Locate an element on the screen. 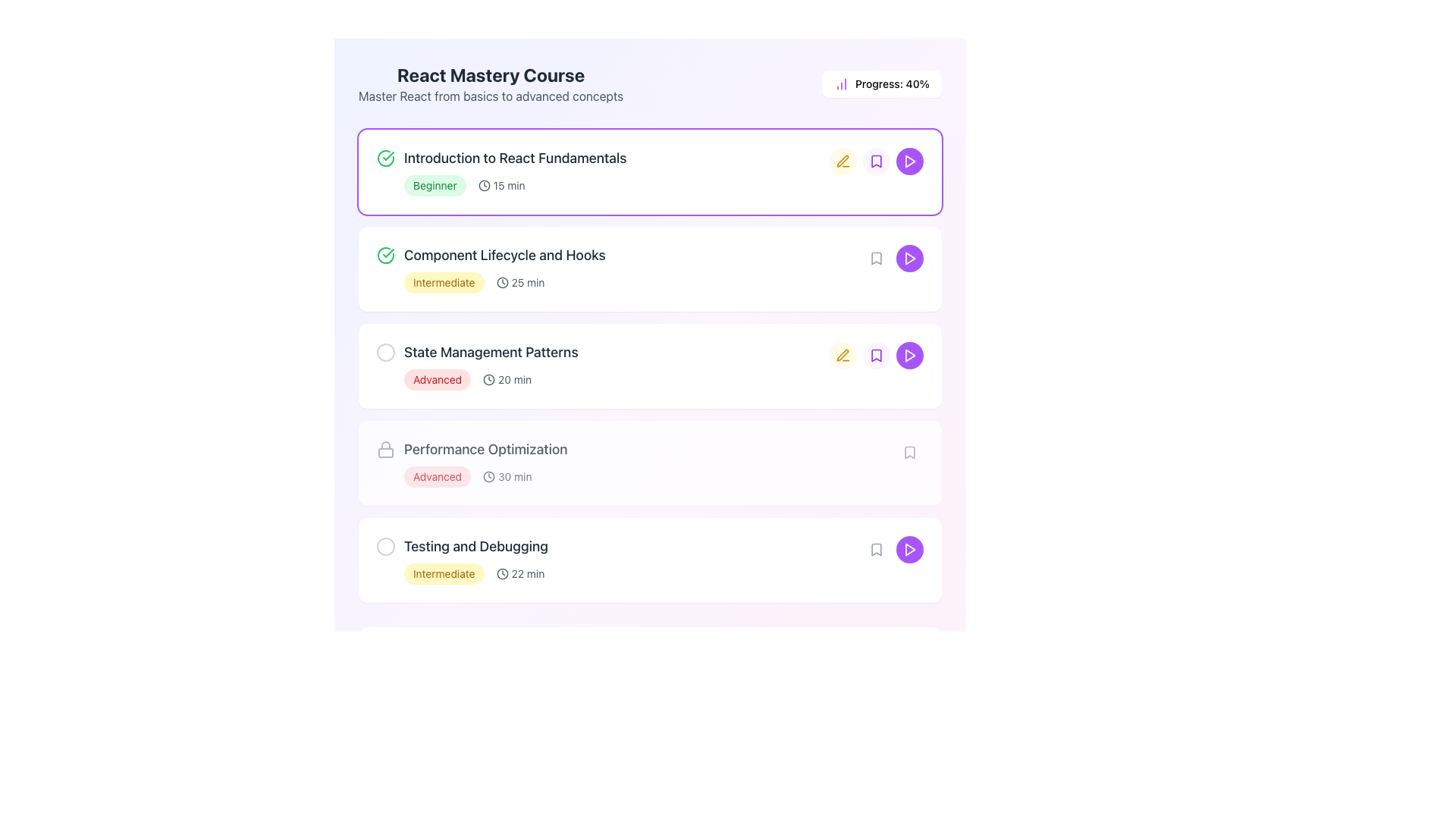 The height and width of the screenshot is (819, 1456). the play button icon with a purple background, located to the right of the text 'Testing and Debugging', to initiate the associated action is located at coordinates (910, 550).